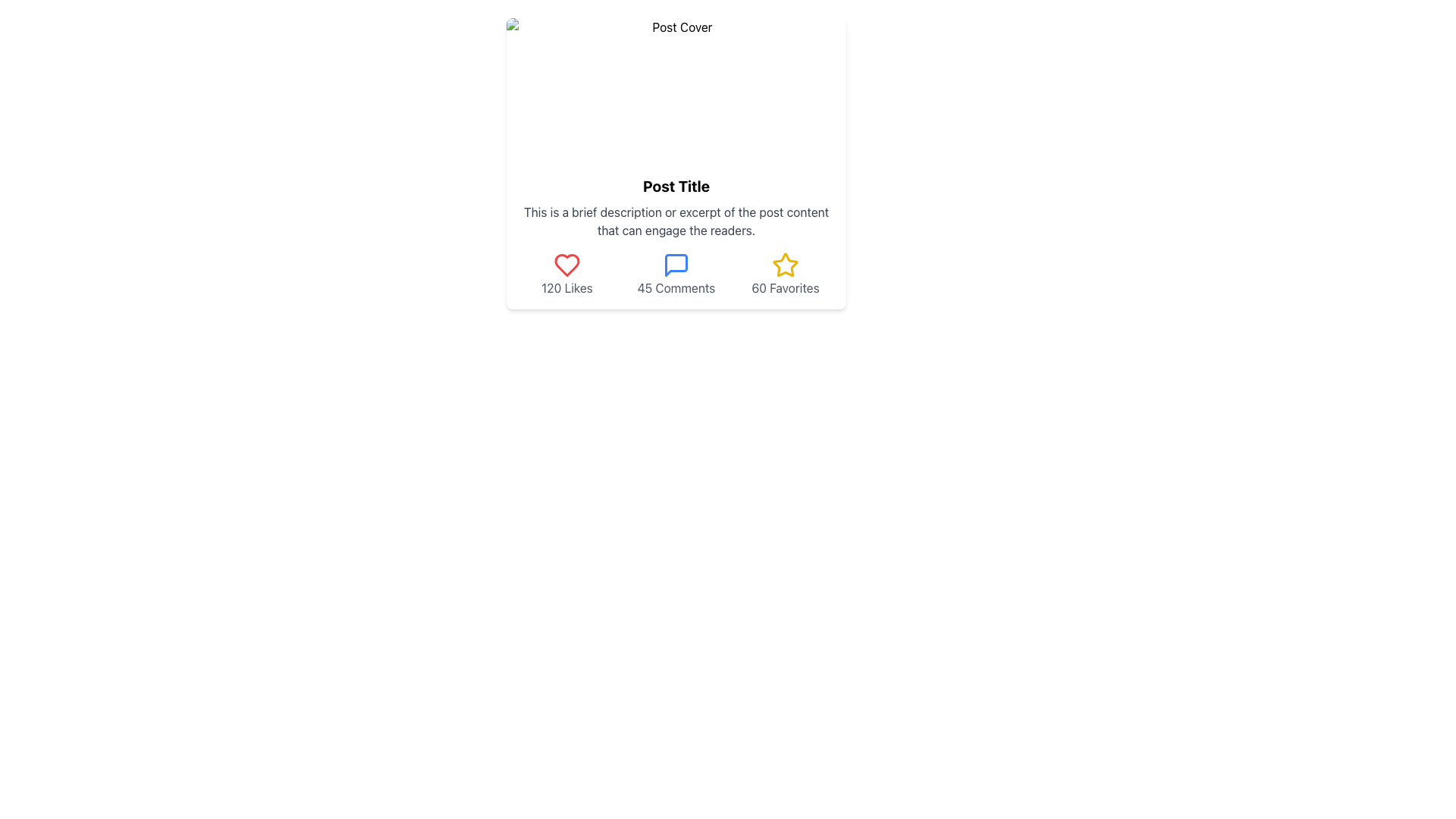 The image size is (1456, 819). I want to click on the interactive statistic display section showing '45 Comments', so click(676, 275).